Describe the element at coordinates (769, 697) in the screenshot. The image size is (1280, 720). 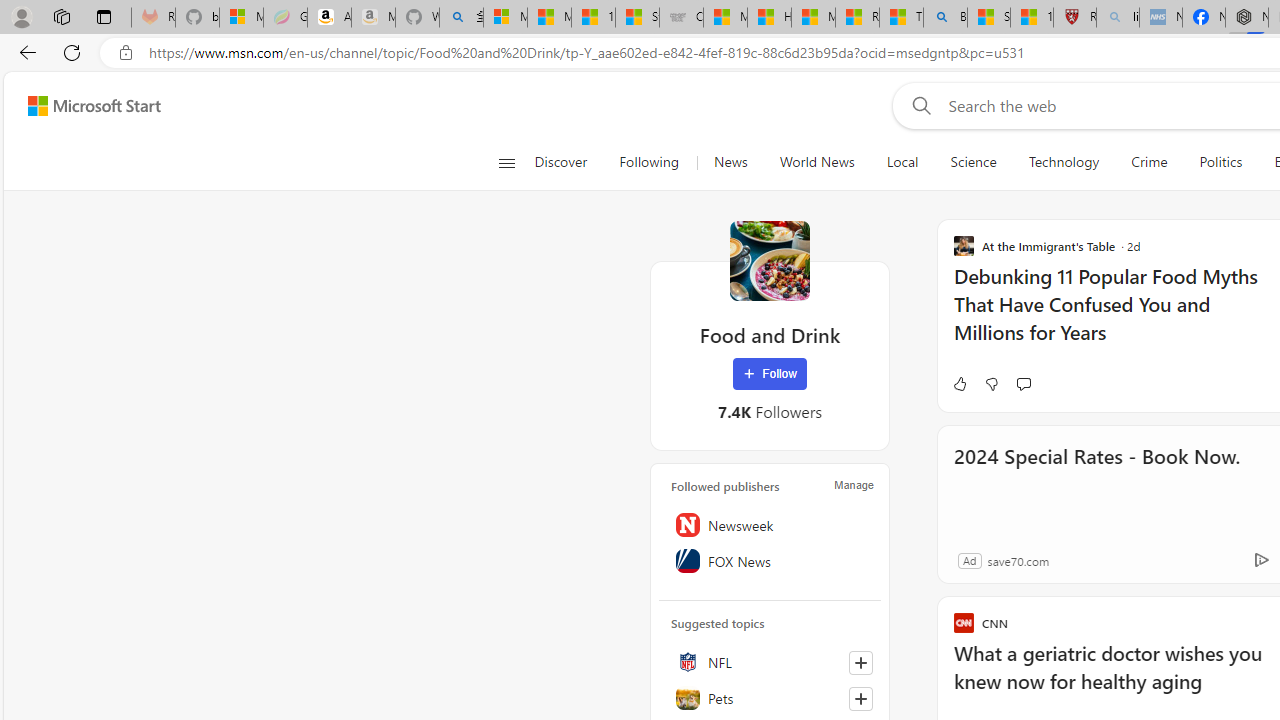
I see `'Pets'` at that location.